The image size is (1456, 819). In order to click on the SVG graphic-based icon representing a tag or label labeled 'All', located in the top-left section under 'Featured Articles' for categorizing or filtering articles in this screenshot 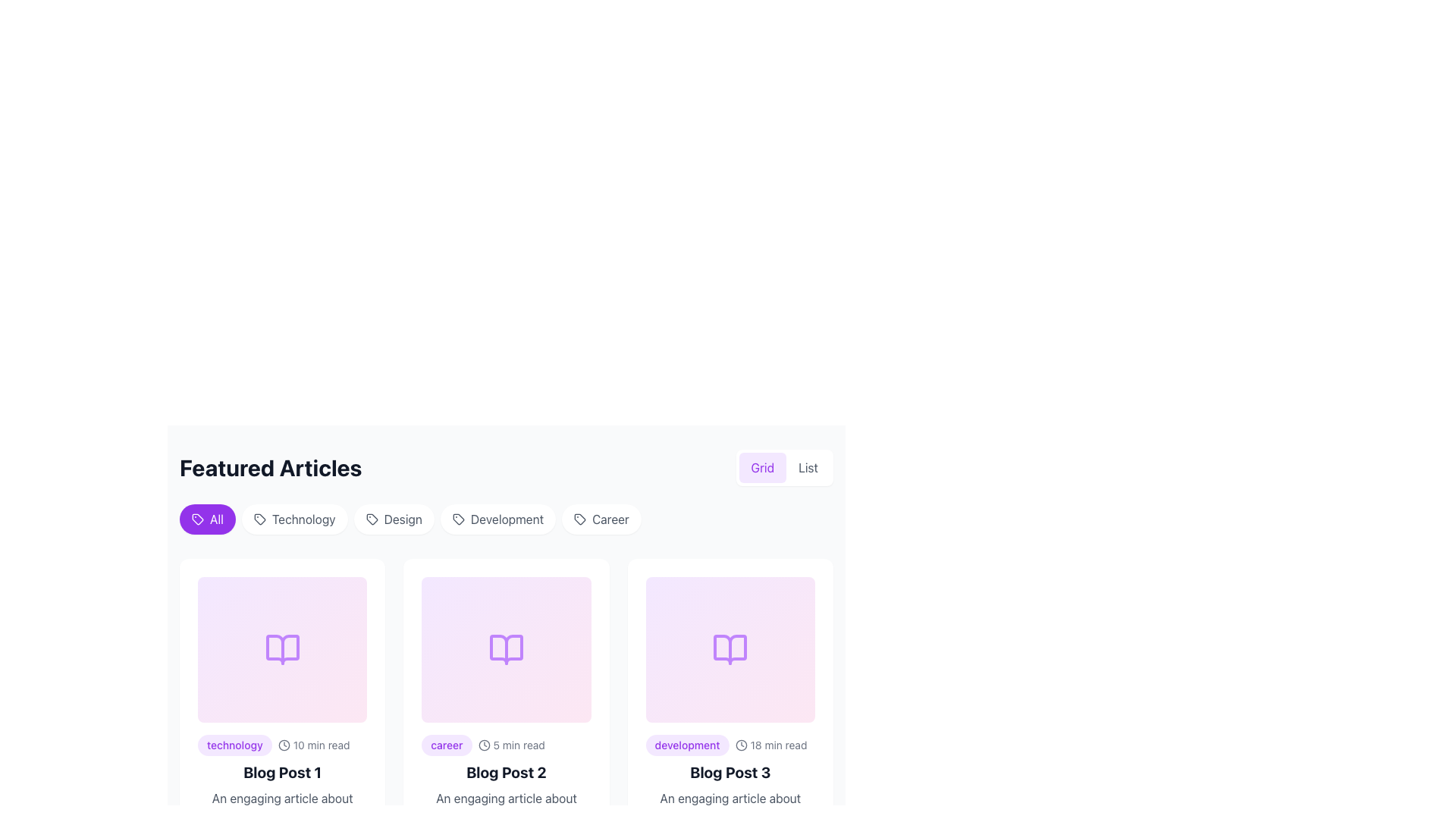, I will do `click(196, 519)`.